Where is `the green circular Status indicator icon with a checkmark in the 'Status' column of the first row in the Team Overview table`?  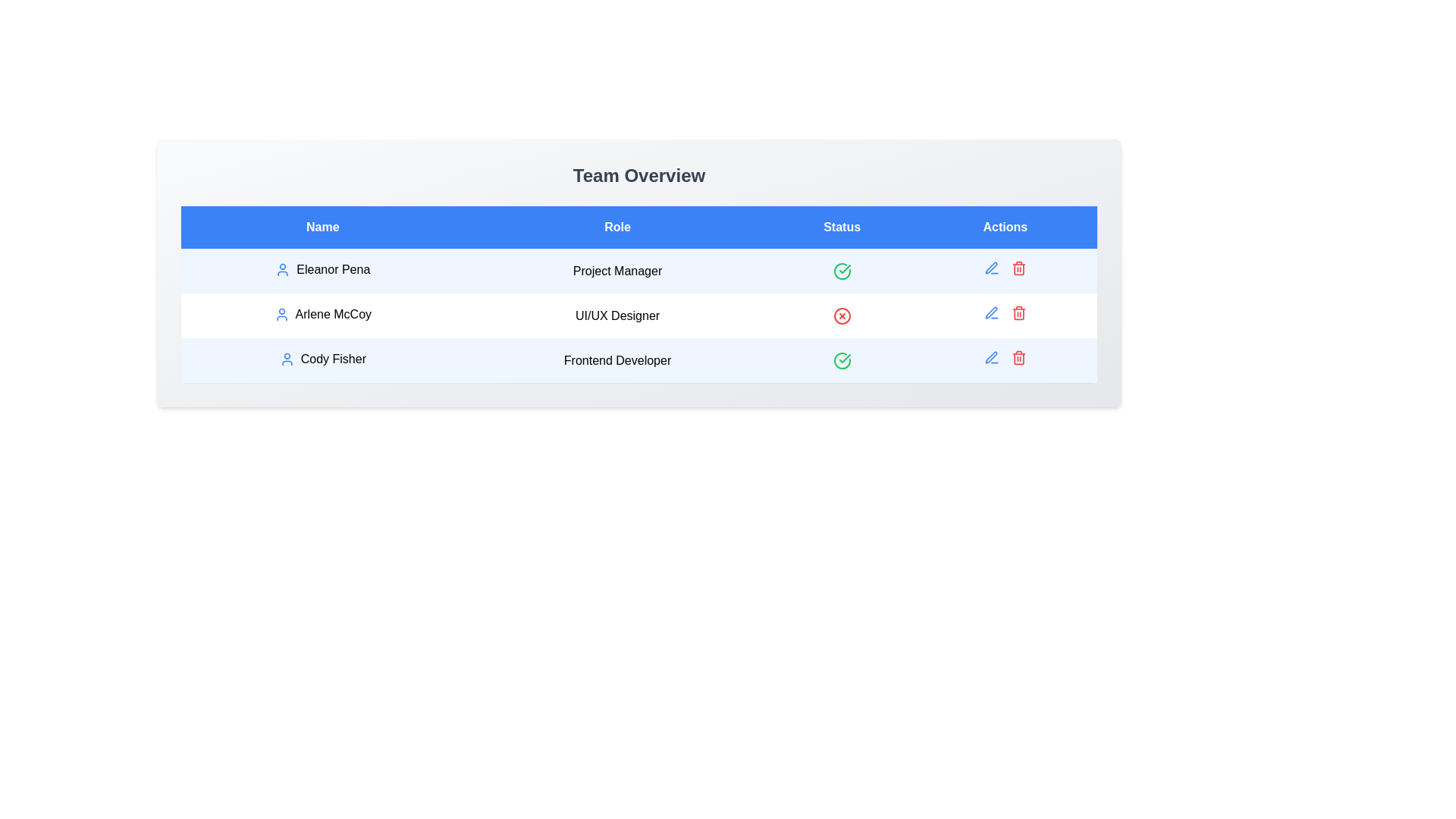 the green circular Status indicator icon with a checkmark in the 'Status' column of the first row in the Team Overview table is located at coordinates (841, 360).